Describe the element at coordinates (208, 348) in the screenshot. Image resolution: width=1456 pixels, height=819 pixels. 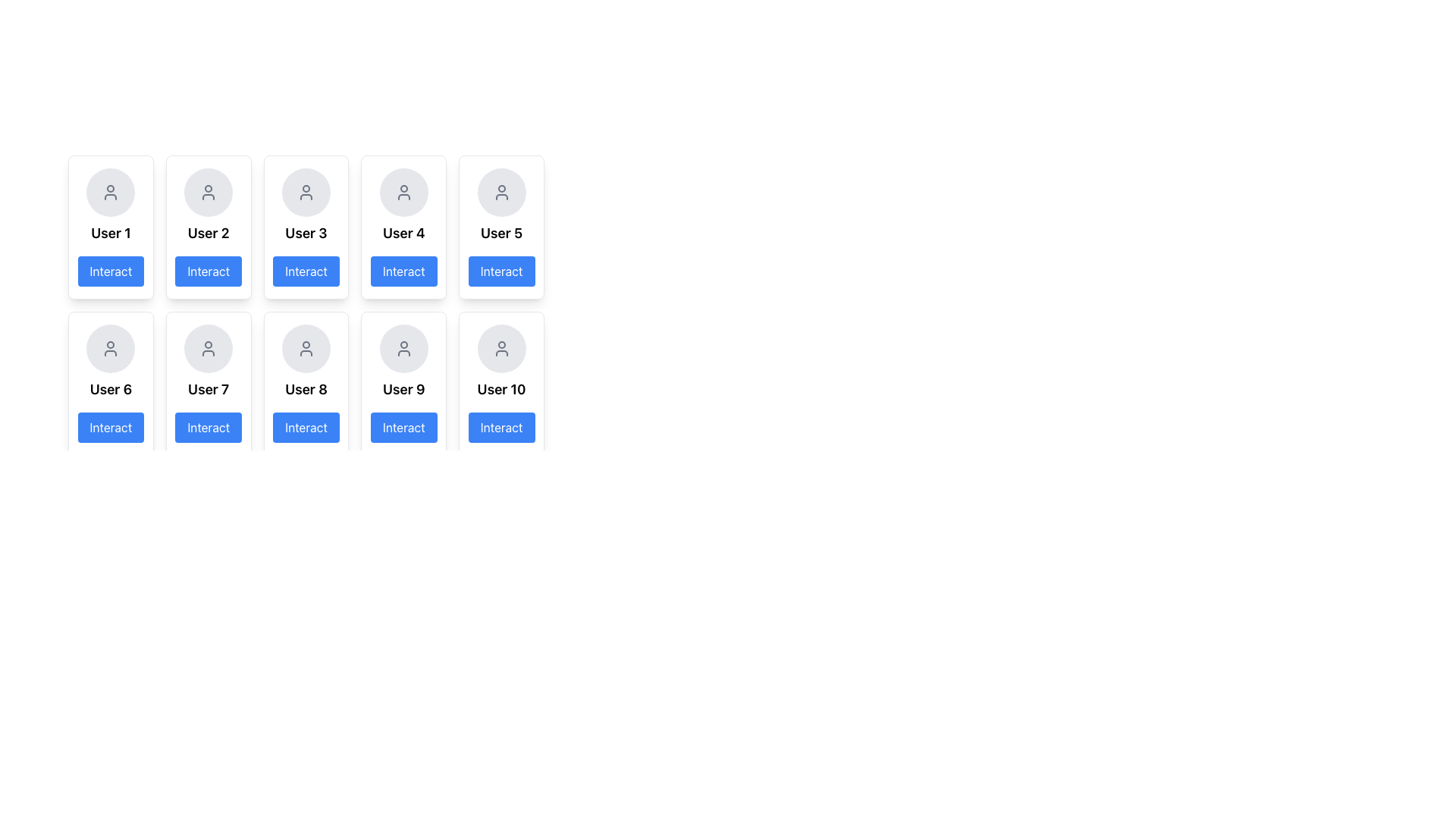
I see `the user icon, which is a circular profile illustration styled in gray with a stroke outline, located in the second row and second column of a grid of user elements` at that location.